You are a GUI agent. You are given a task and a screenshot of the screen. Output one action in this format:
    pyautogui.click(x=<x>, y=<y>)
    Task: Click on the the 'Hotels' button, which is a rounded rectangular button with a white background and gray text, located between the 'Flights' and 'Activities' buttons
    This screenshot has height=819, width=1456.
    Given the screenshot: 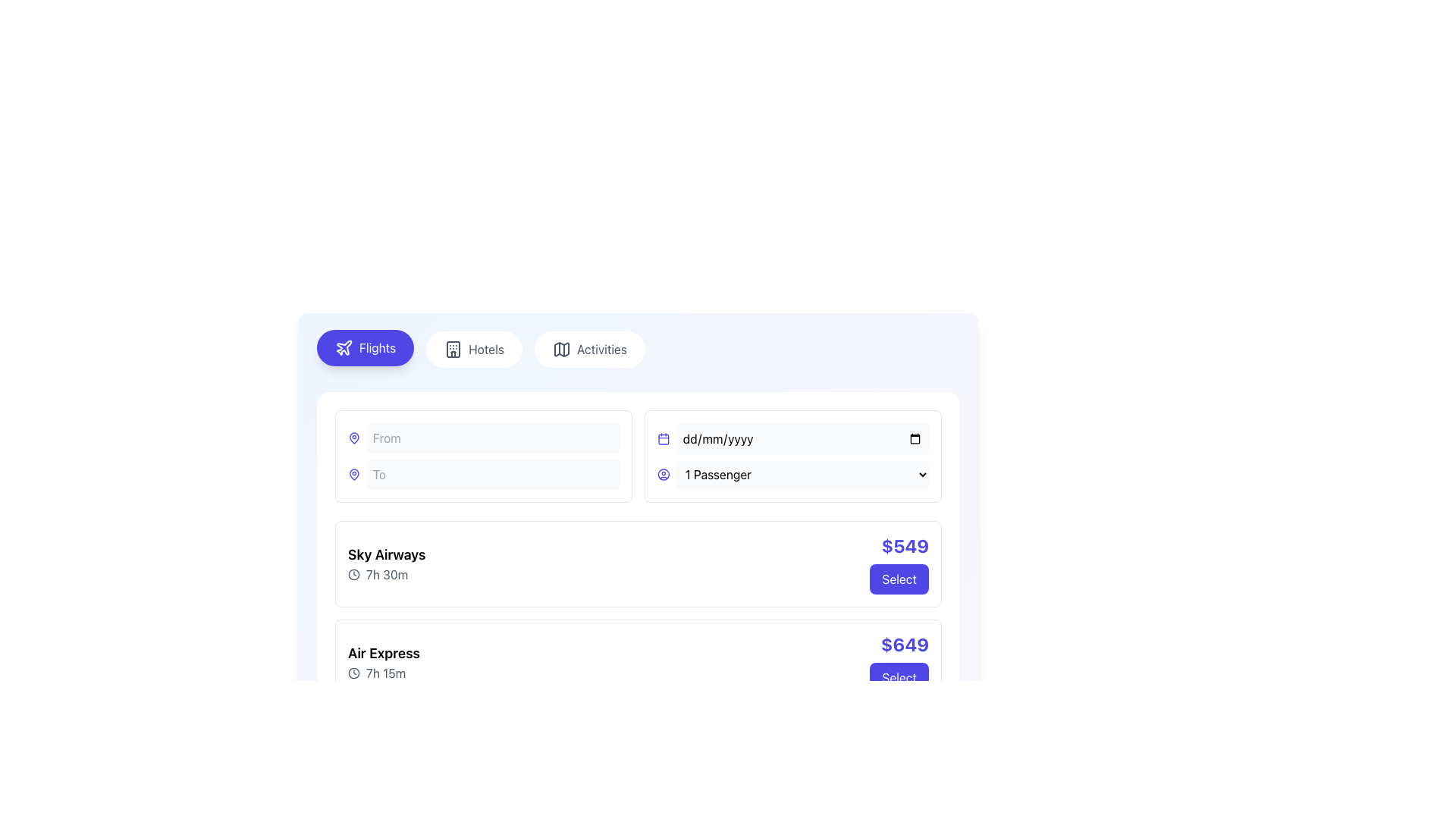 What is the action you would take?
    pyautogui.click(x=473, y=350)
    